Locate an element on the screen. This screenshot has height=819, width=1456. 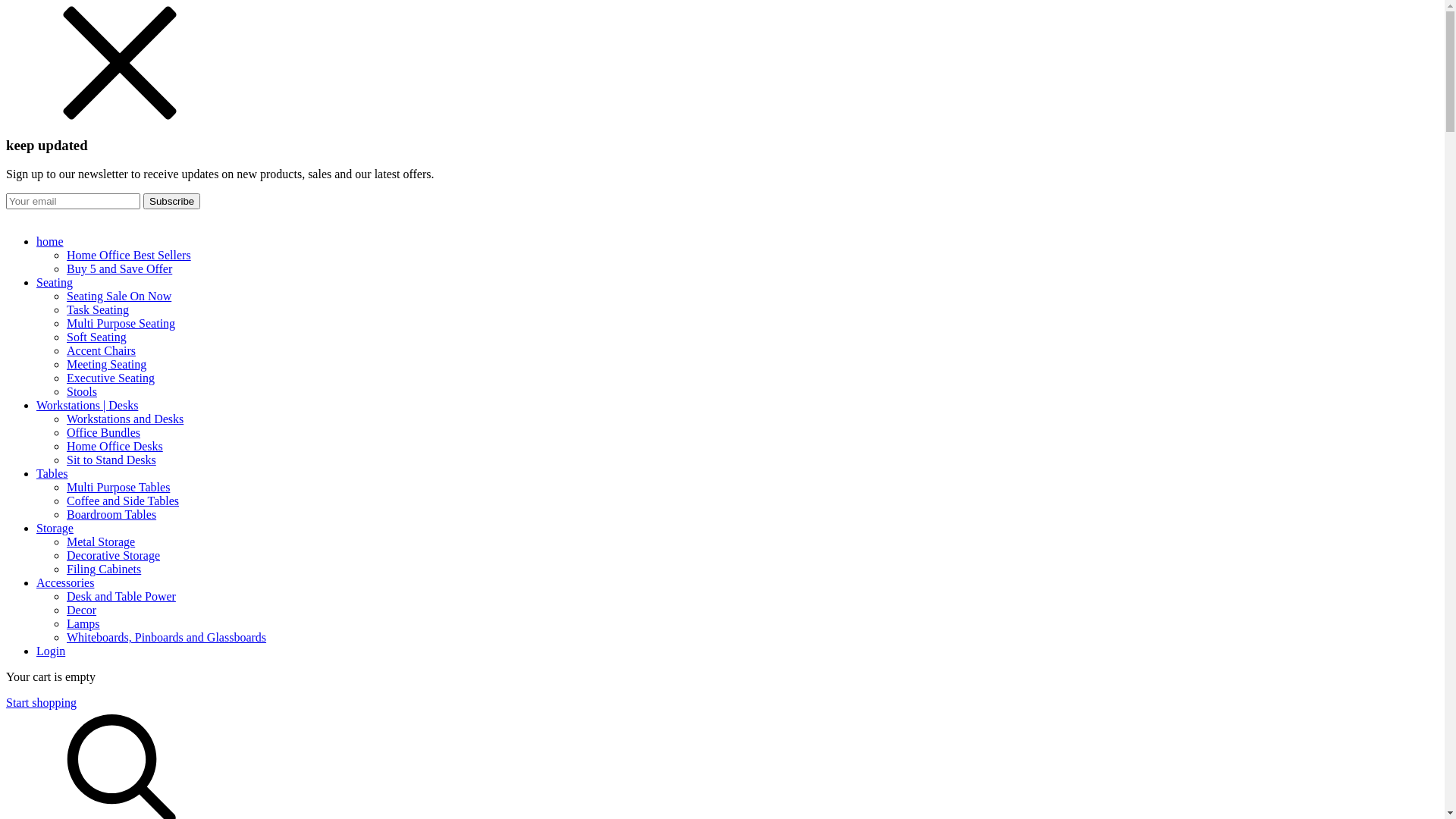
'Boardroom Tables' is located at coordinates (111, 513).